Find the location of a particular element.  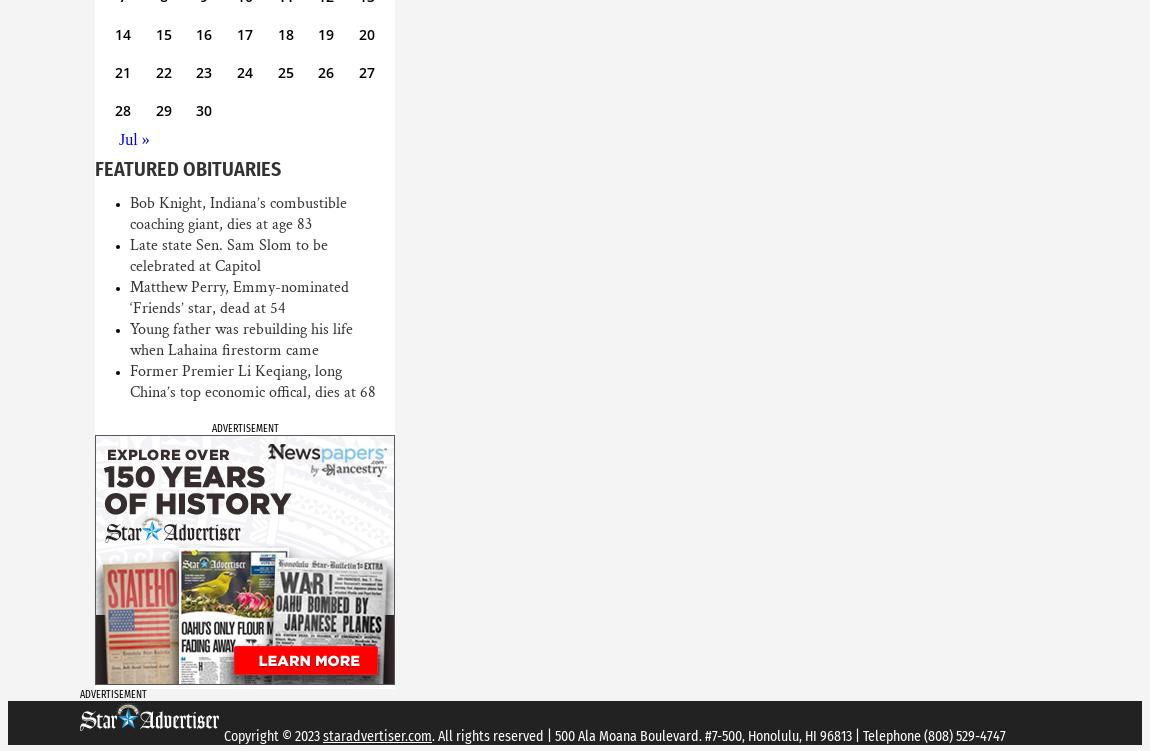

'24' is located at coordinates (243, 72).